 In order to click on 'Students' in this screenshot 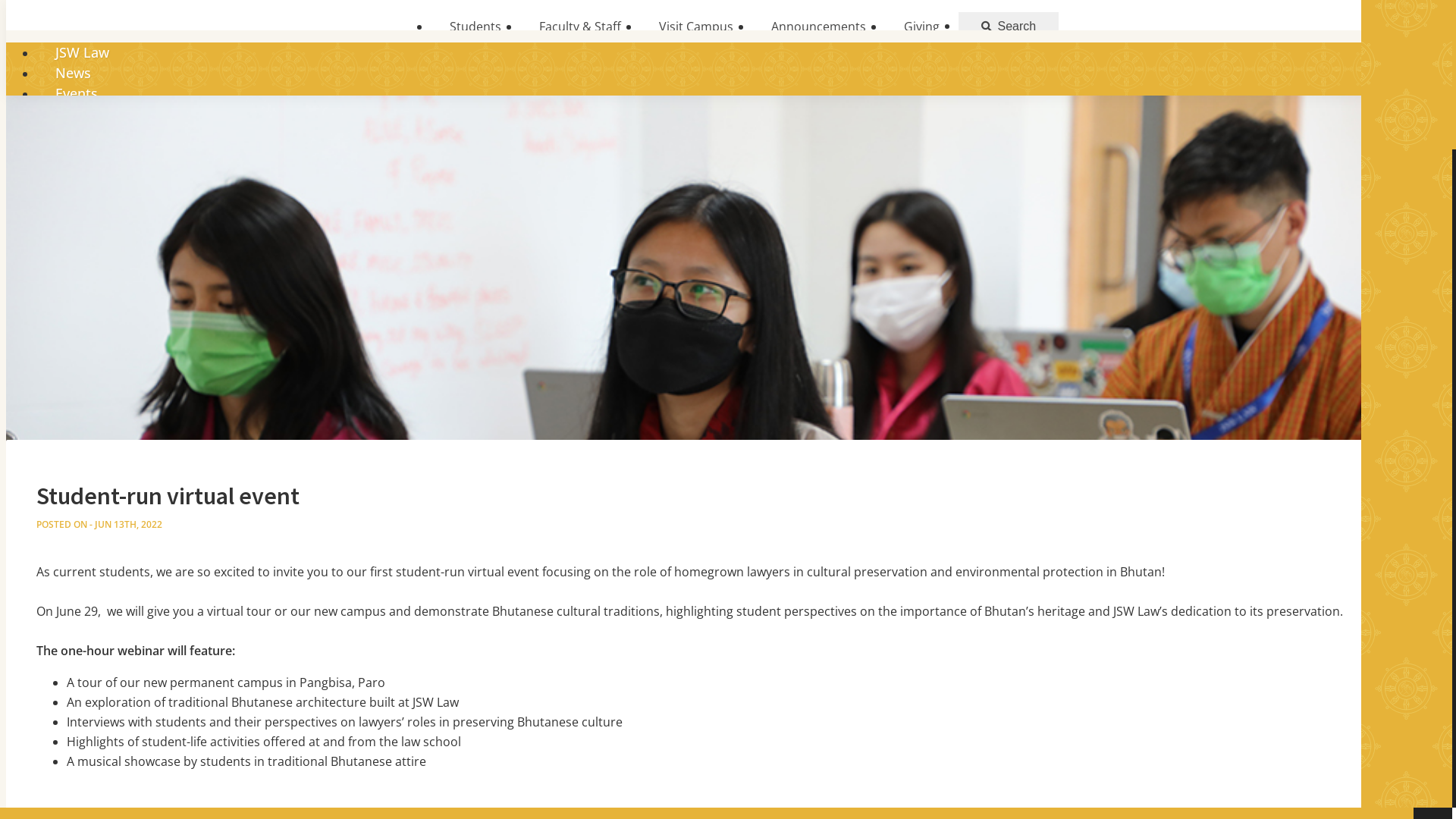, I will do `click(475, 26)`.